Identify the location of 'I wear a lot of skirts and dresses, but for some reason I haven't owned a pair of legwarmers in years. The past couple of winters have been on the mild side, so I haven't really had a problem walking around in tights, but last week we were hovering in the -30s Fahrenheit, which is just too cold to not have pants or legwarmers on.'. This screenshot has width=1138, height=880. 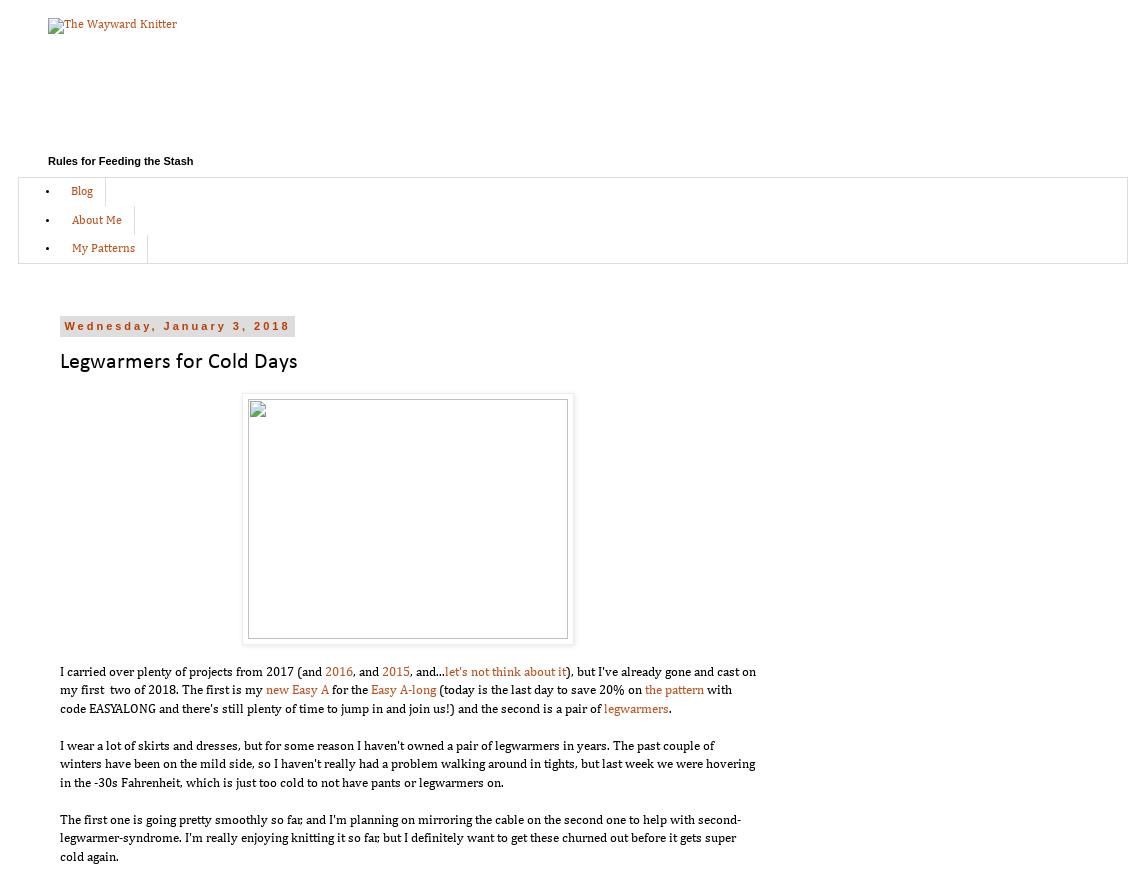
(406, 763).